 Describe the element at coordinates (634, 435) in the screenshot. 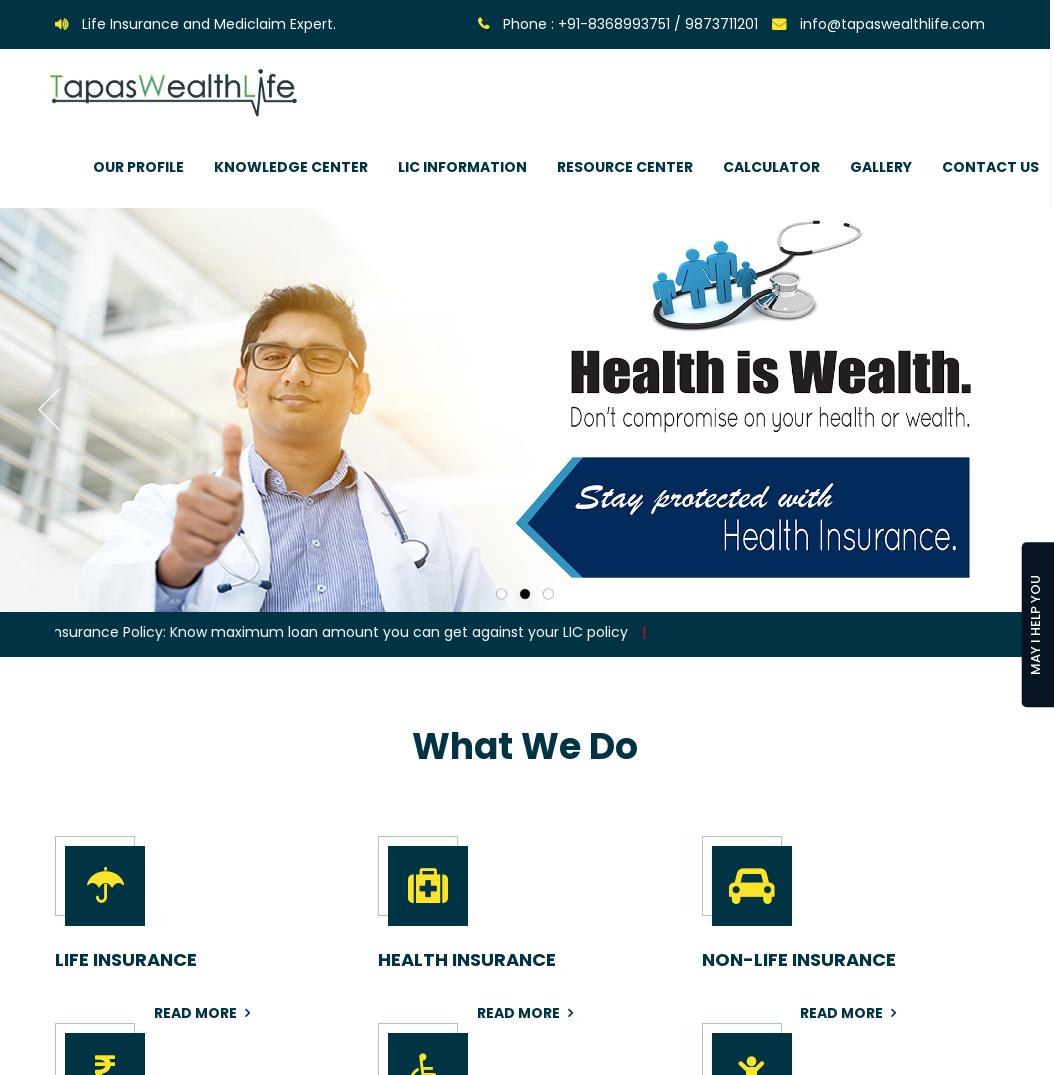

I see `'Important Videos'` at that location.